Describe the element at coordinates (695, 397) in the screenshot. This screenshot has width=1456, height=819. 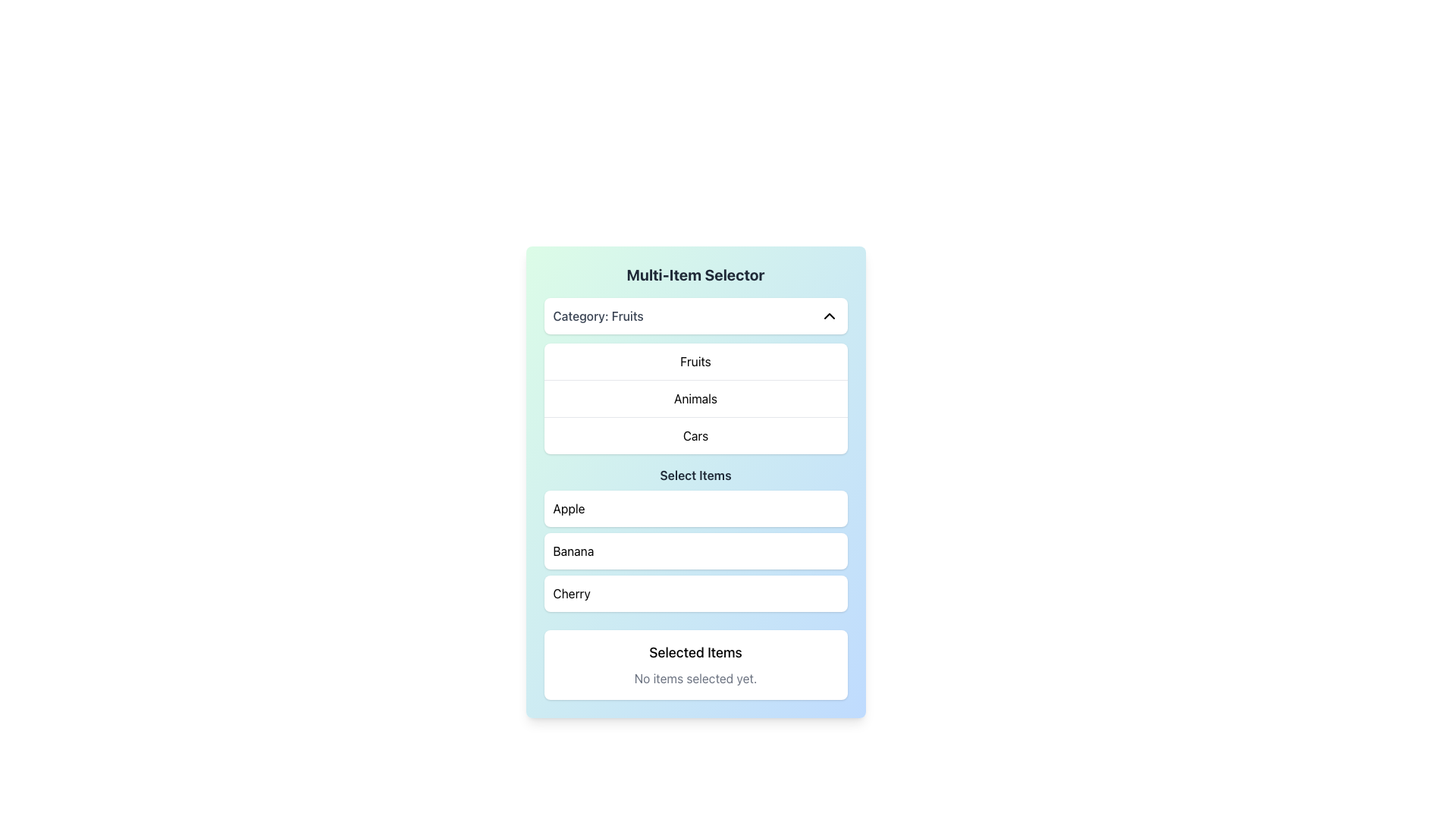
I see `the 'Animals' text label, which is the second item in the dropdown menu titled 'Category: Fruits'` at that location.